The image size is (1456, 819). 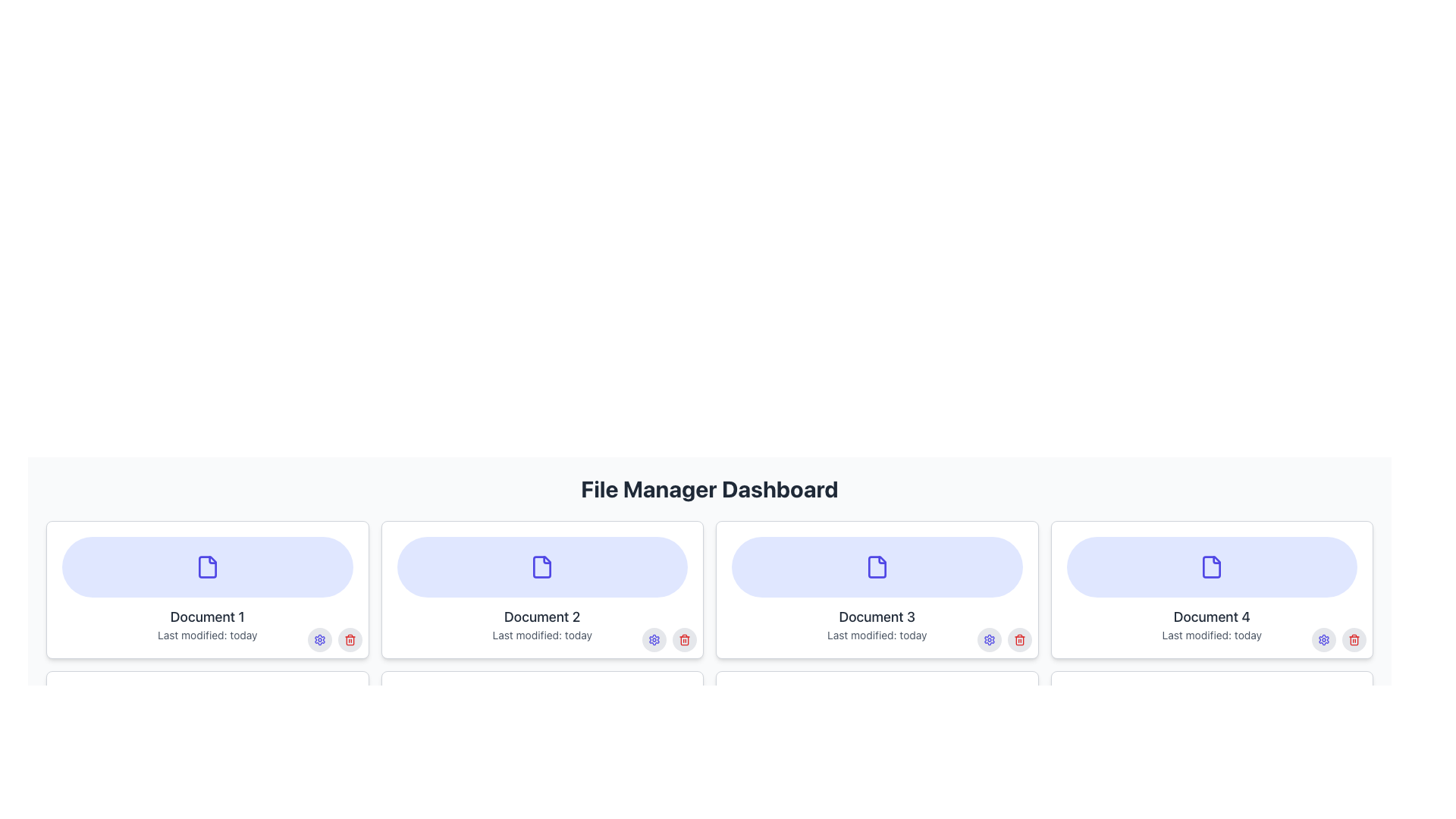 What do you see at coordinates (1004, 640) in the screenshot?
I see `the left circular button with a gear icon to modify settings in the 'Document 3' card` at bounding box center [1004, 640].